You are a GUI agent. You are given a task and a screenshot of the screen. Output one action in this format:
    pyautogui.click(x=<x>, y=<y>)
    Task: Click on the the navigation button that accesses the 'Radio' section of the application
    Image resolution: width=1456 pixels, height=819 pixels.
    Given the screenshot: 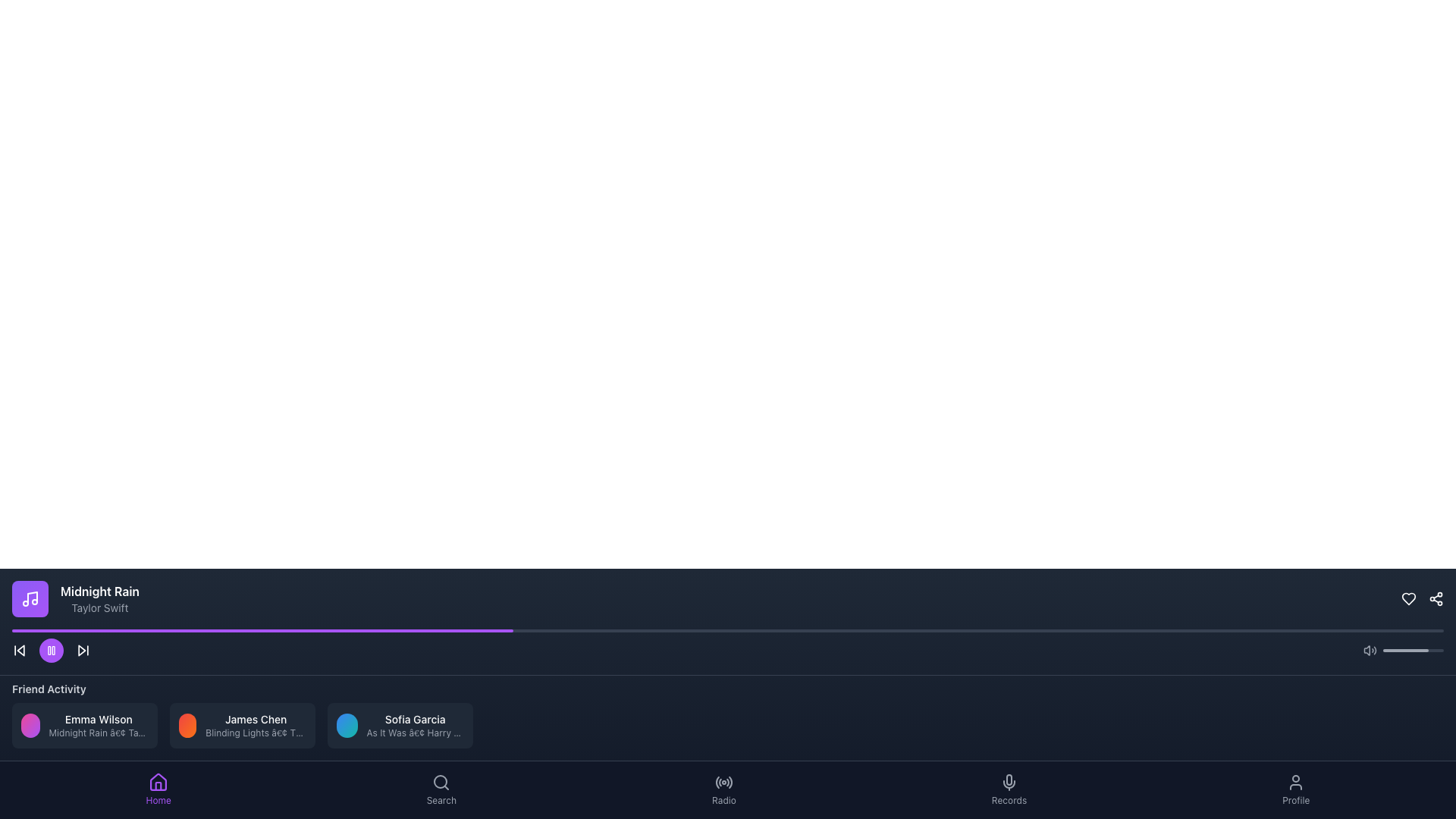 What is the action you would take?
    pyautogui.click(x=723, y=789)
    